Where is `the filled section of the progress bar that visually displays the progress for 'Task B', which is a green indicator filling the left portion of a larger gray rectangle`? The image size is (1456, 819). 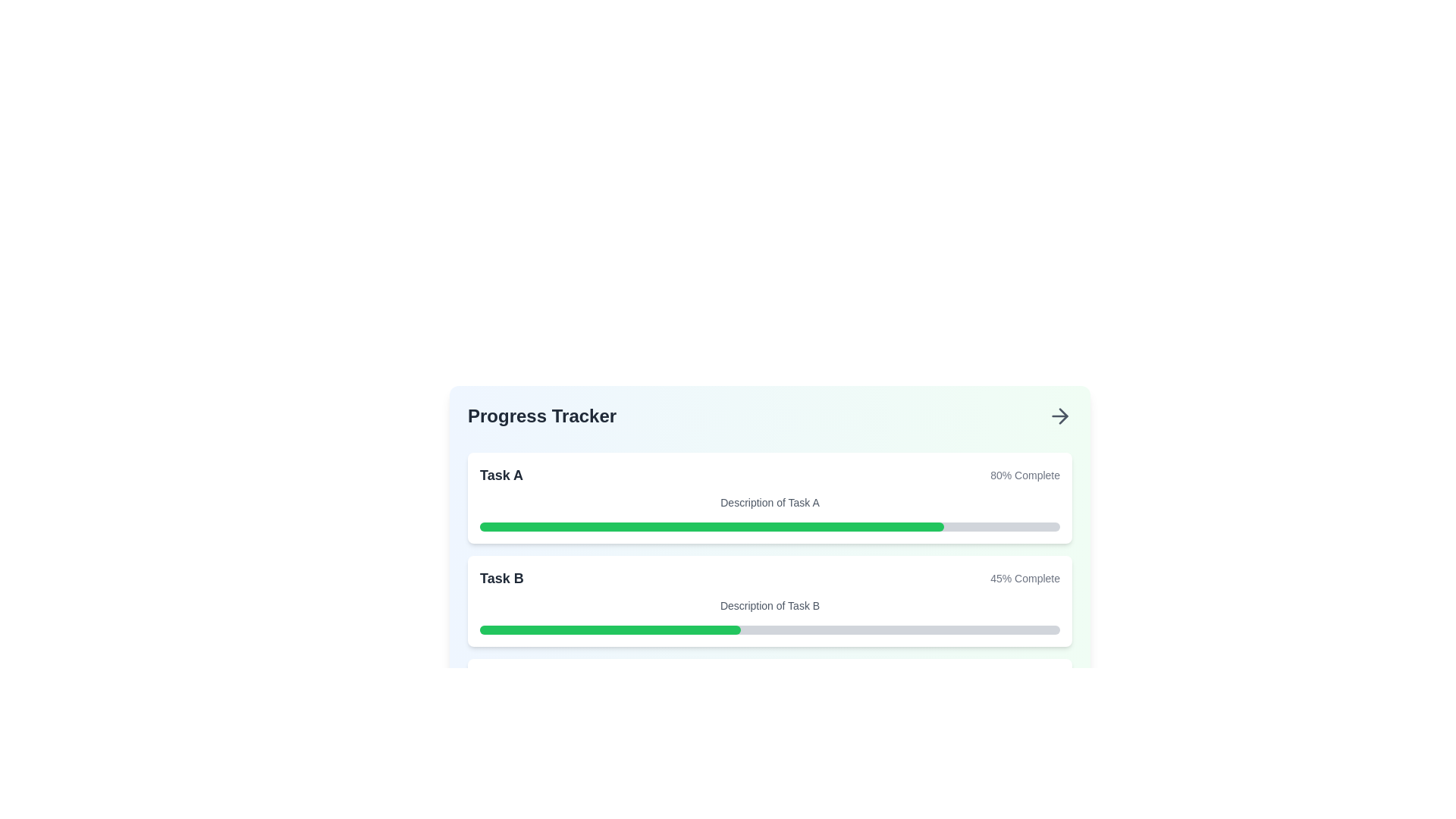
the filled section of the progress bar that visually displays the progress for 'Task B', which is a green indicator filling the left portion of a larger gray rectangle is located at coordinates (654, 733).